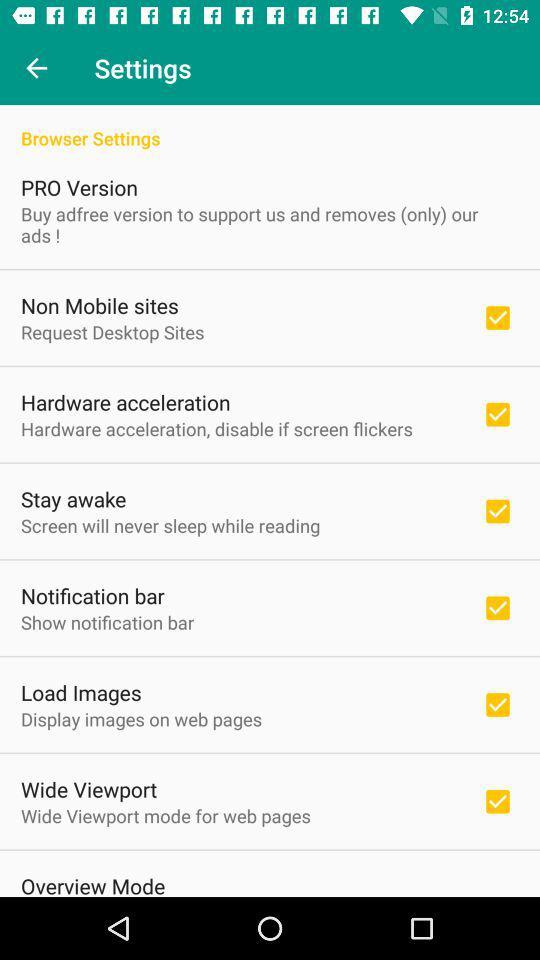 Image resolution: width=540 pixels, height=960 pixels. I want to click on overview mode, so click(92, 883).